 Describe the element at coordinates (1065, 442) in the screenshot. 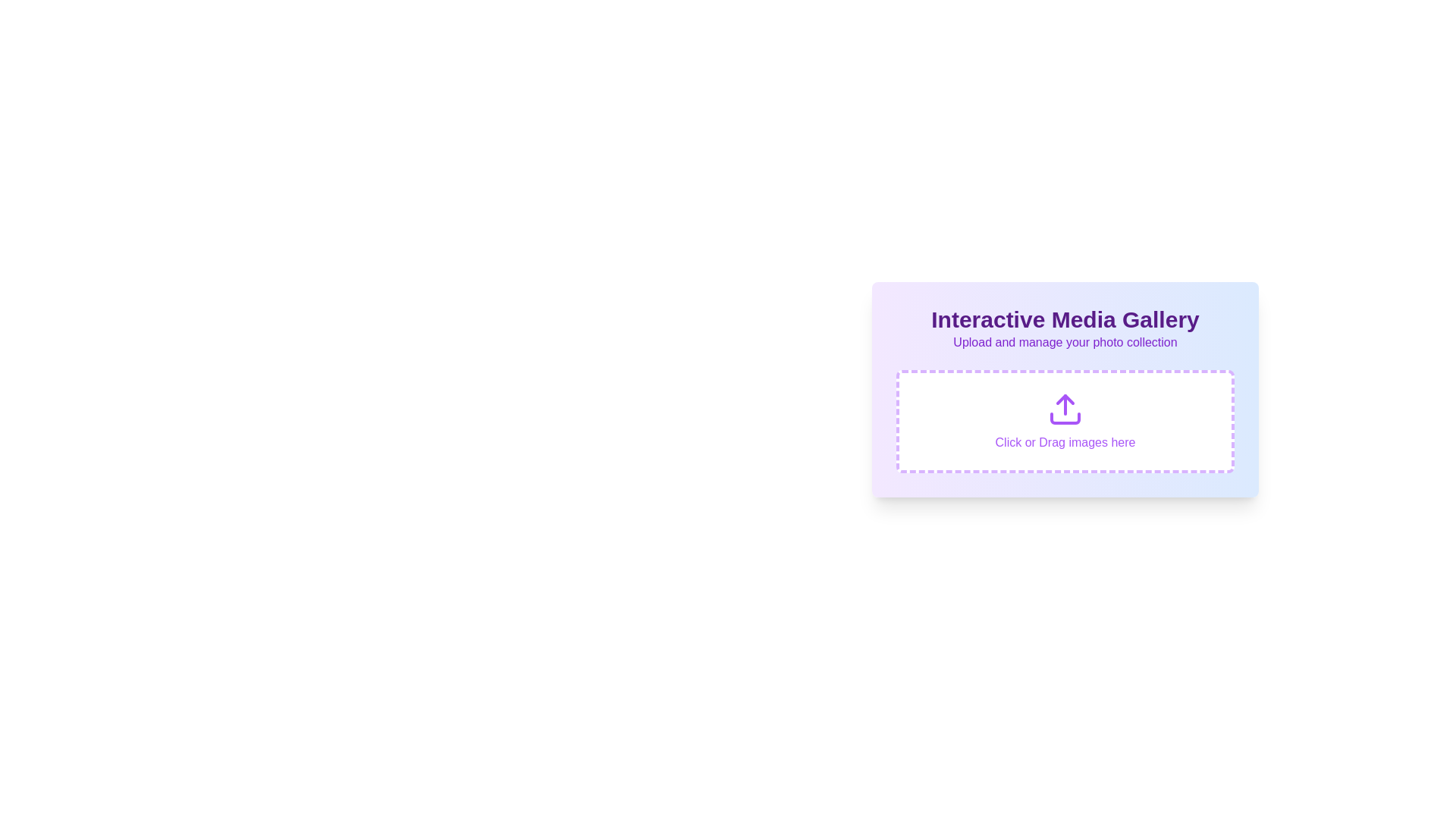

I see `text label element that says 'Click or Drag images here', which is styled with a purple color and positioned centrally below the purple upload icon inside the dashed bordered region of the 'Interactive Media Gallery'` at that location.